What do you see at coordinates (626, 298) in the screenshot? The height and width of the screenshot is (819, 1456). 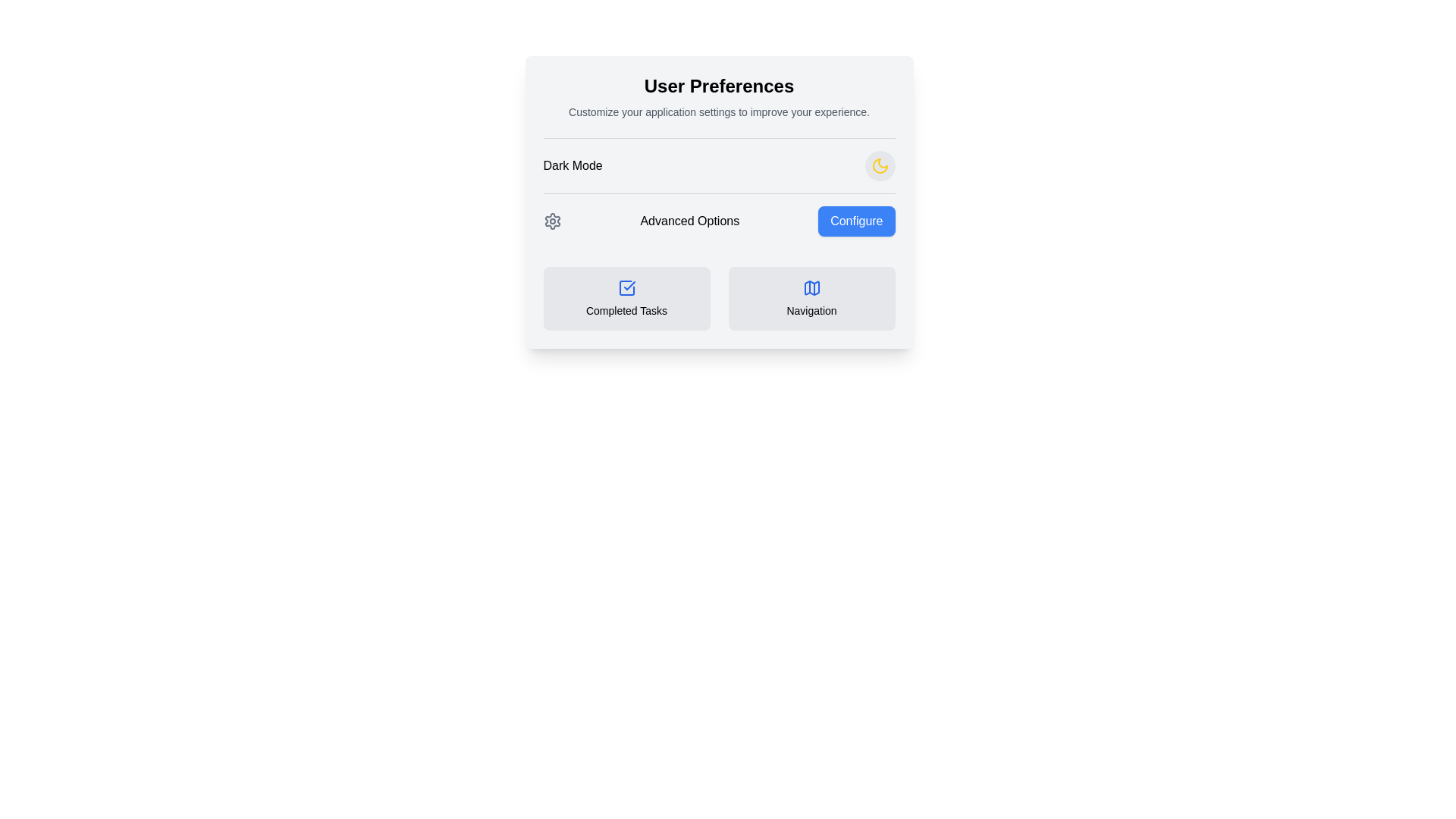 I see `the contents of the Card widget element labeled 'Completed Tasks', which features a blue checkmark icon and is located within the 'User Preferences' card` at bounding box center [626, 298].